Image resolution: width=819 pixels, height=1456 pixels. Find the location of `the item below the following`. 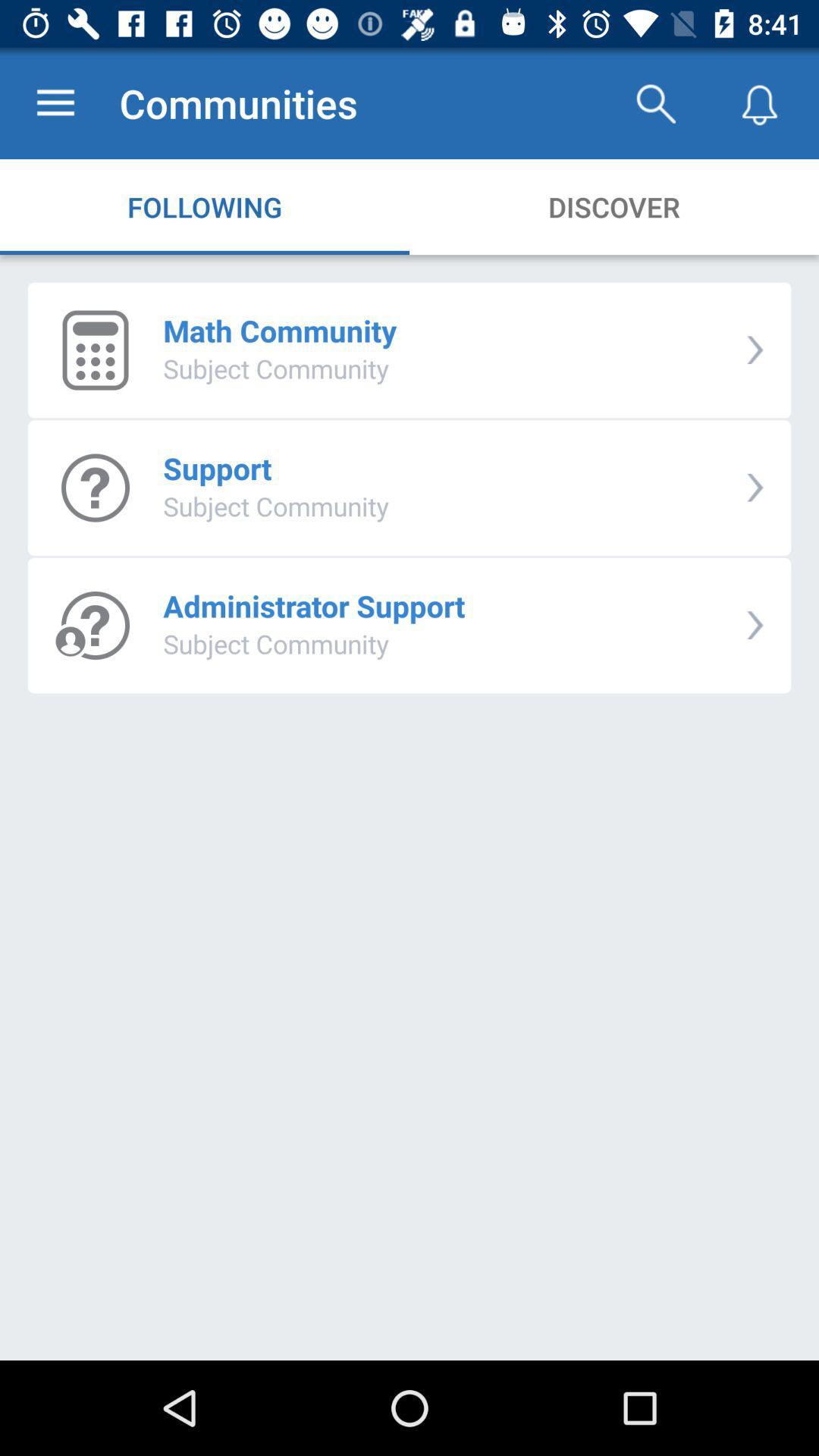

the item below the following is located at coordinates (280, 330).